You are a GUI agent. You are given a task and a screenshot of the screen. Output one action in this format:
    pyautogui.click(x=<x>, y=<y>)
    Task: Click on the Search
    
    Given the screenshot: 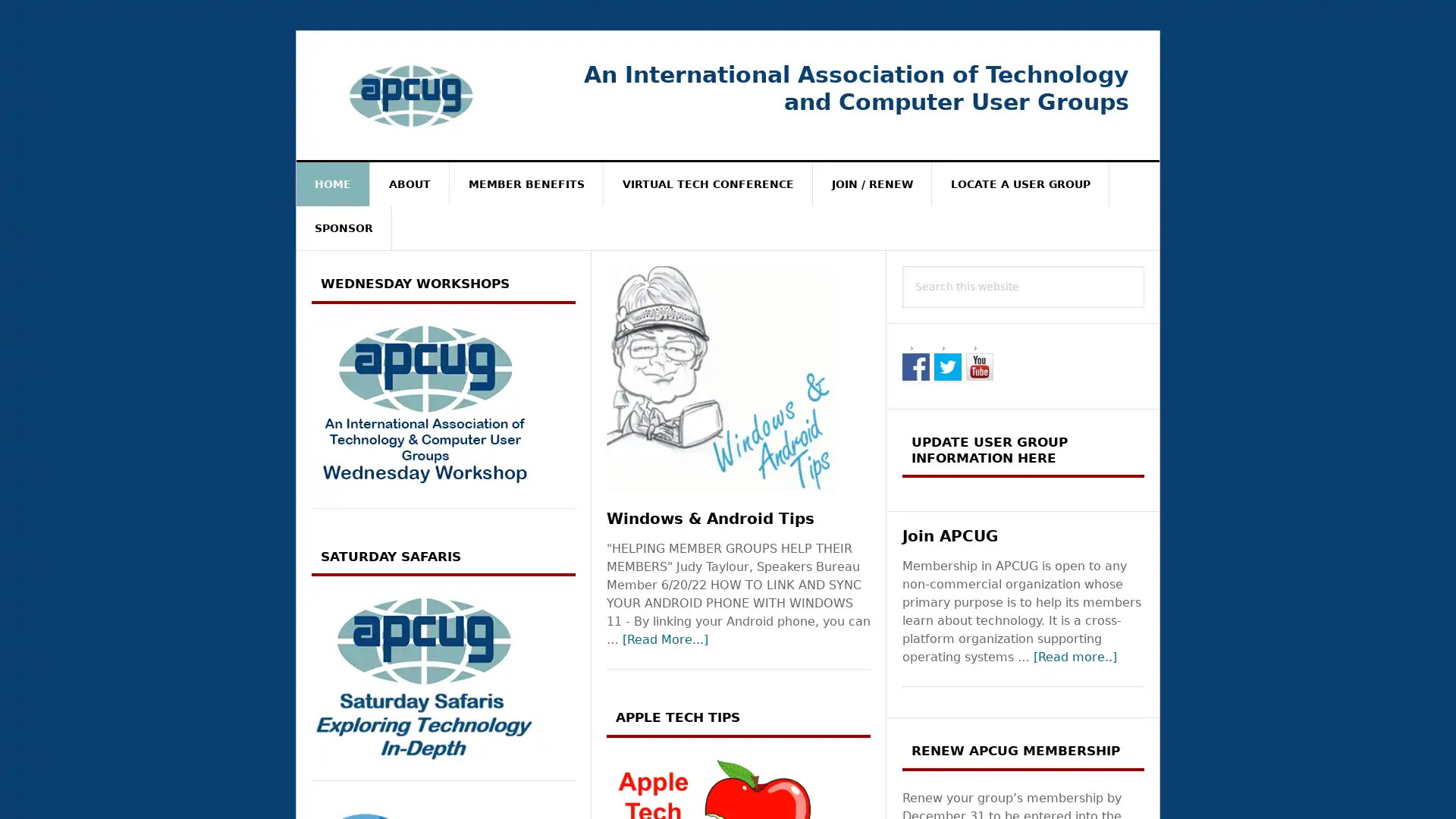 What is the action you would take?
    pyautogui.click(x=1144, y=265)
    